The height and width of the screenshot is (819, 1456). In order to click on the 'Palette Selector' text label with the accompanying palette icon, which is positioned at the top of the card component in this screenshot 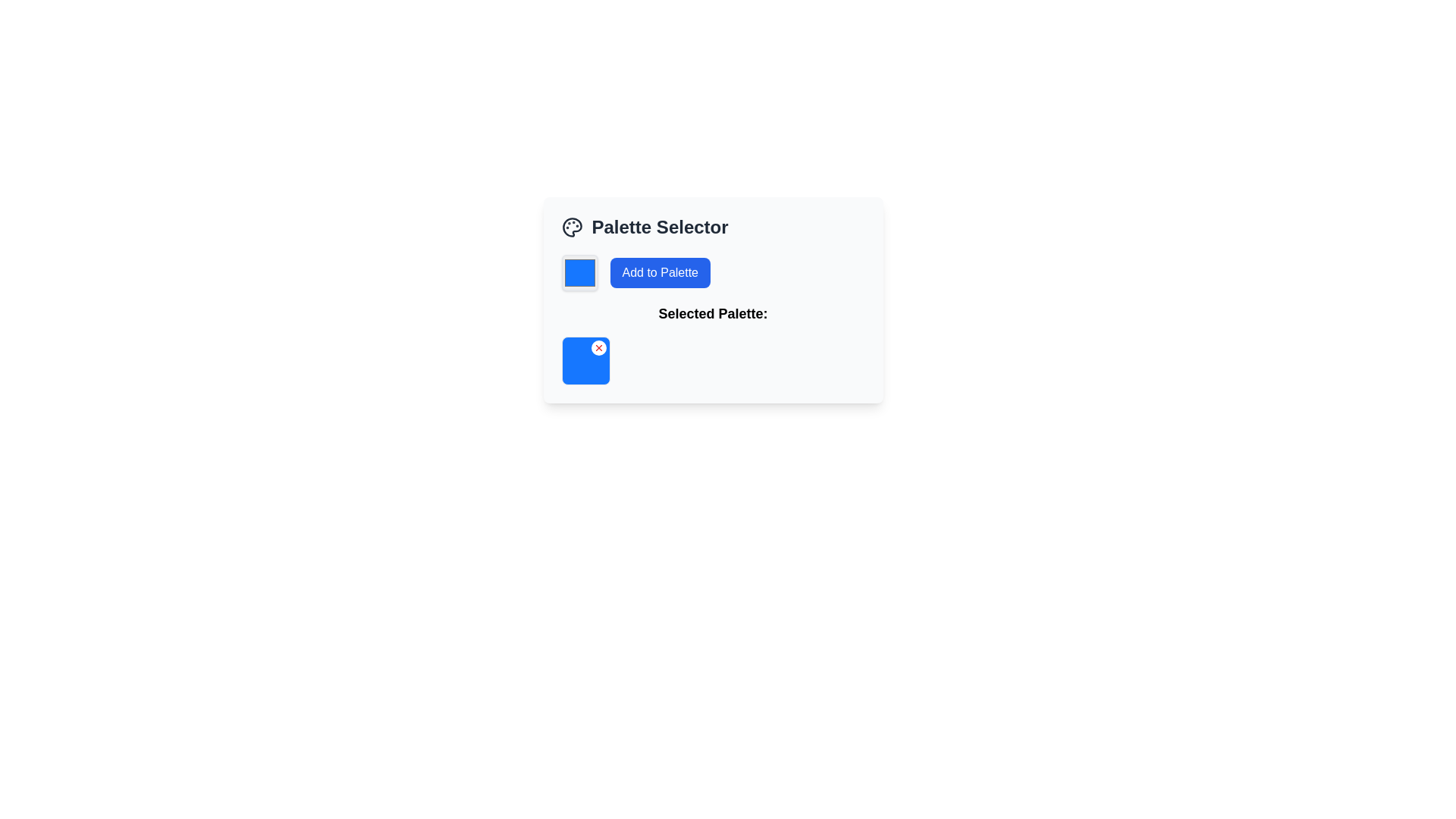, I will do `click(712, 227)`.